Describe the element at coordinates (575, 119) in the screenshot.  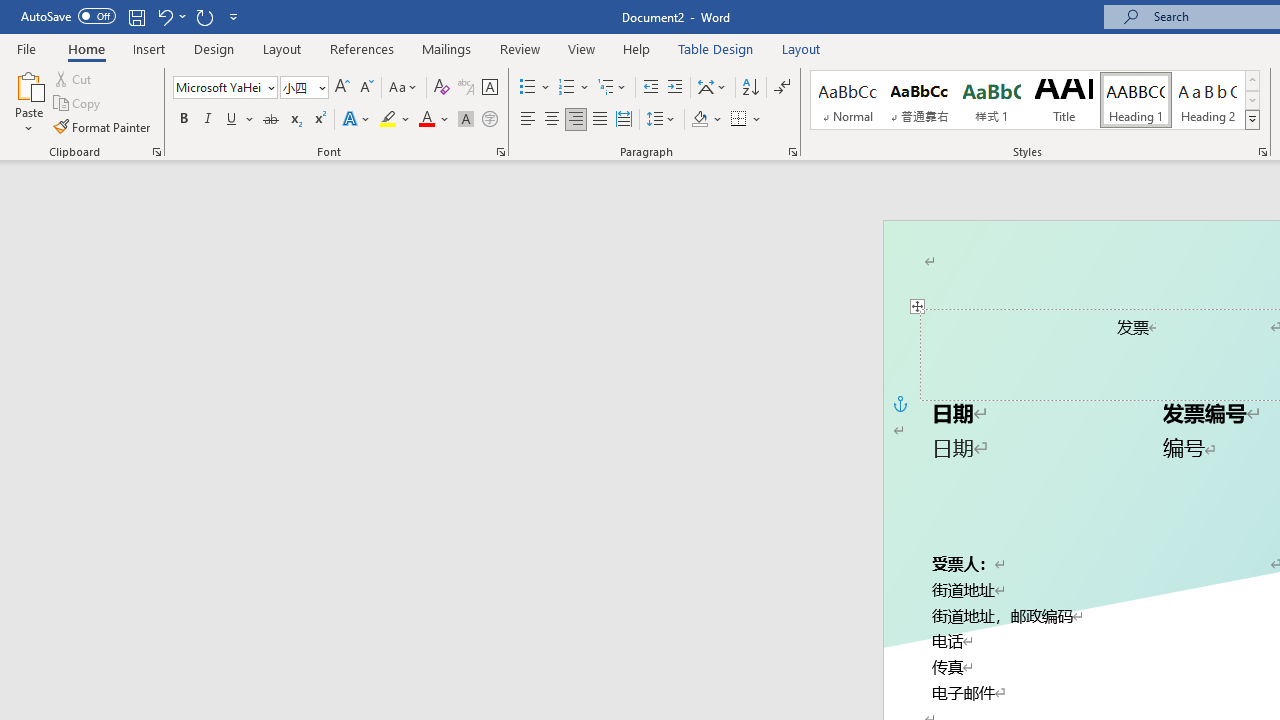
I see `'Align Right'` at that location.